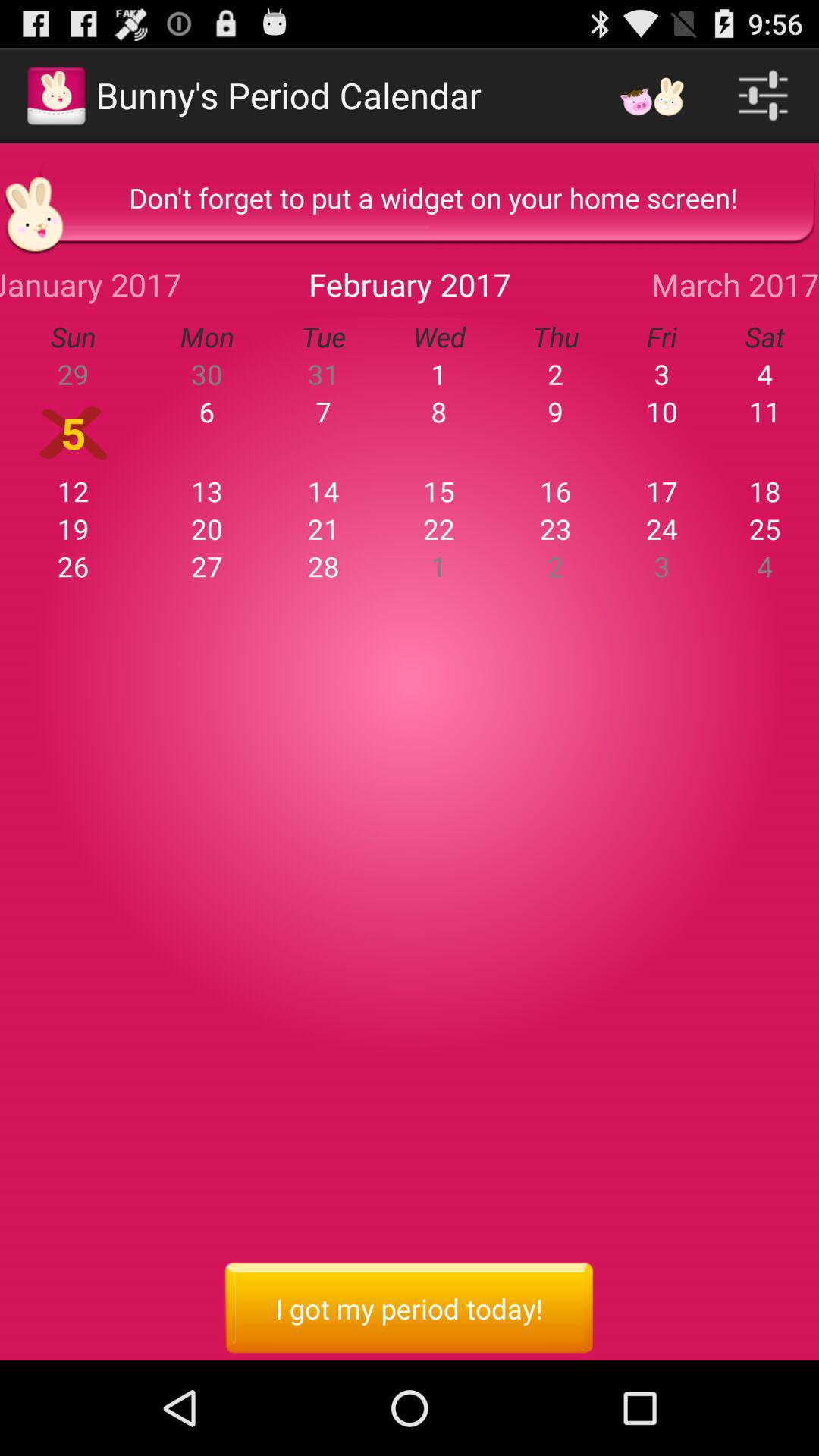  What do you see at coordinates (207, 566) in the screenshot?
I see `the 27` at bounding box center [207, 566].